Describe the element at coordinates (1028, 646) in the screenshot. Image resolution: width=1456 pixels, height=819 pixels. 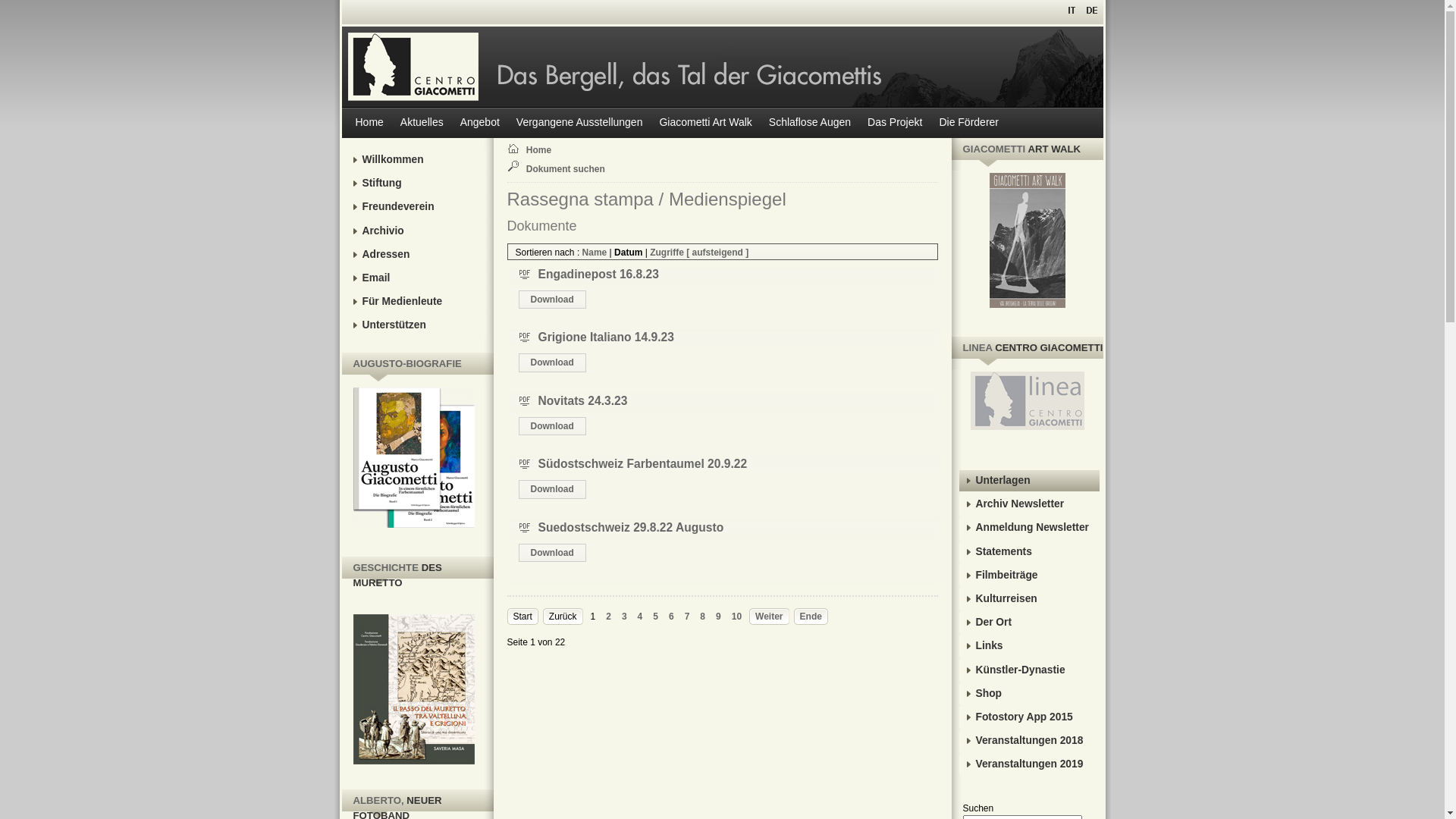
I see `'Links'` at that location.